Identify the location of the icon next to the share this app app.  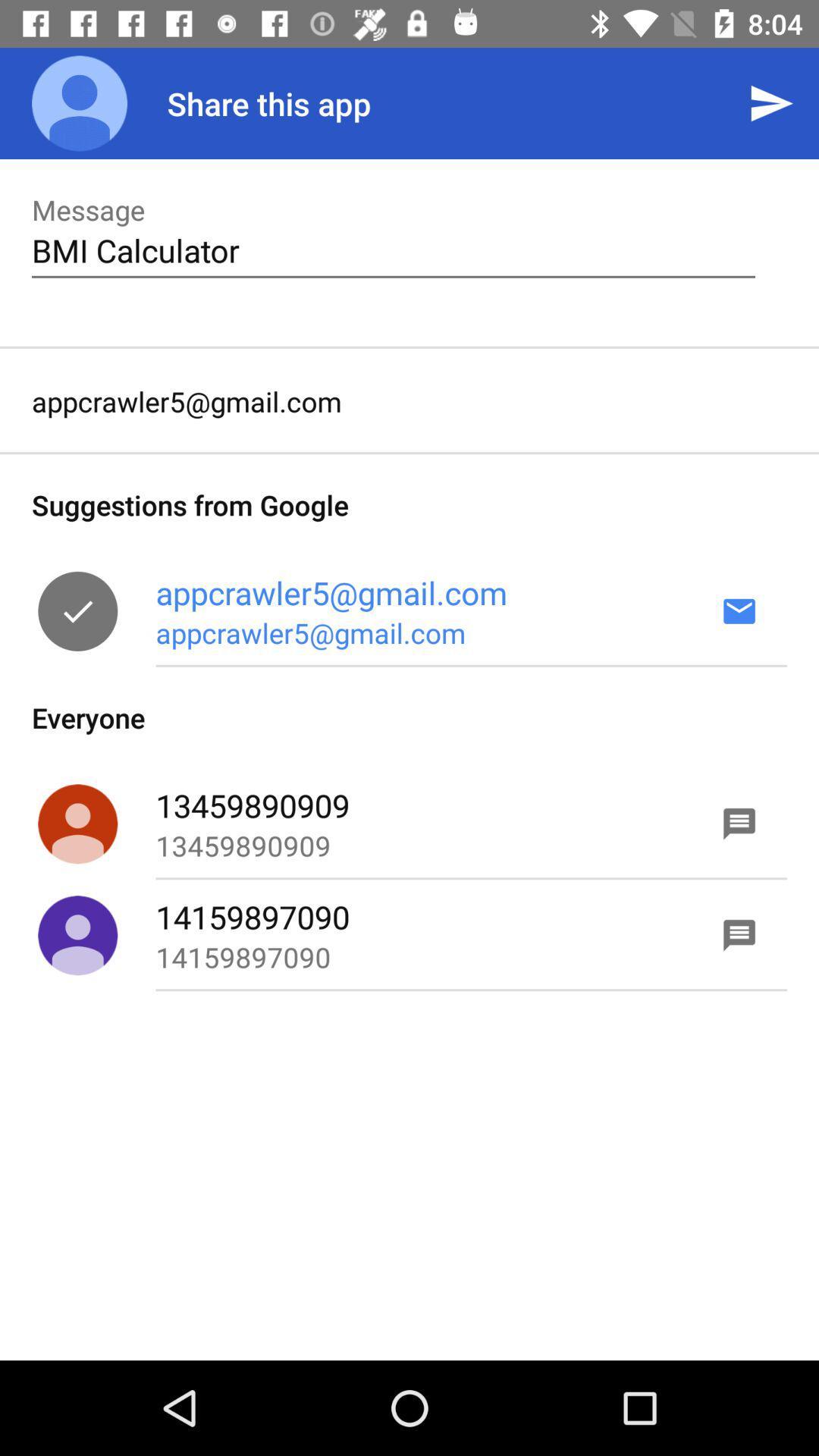
(79, 102).